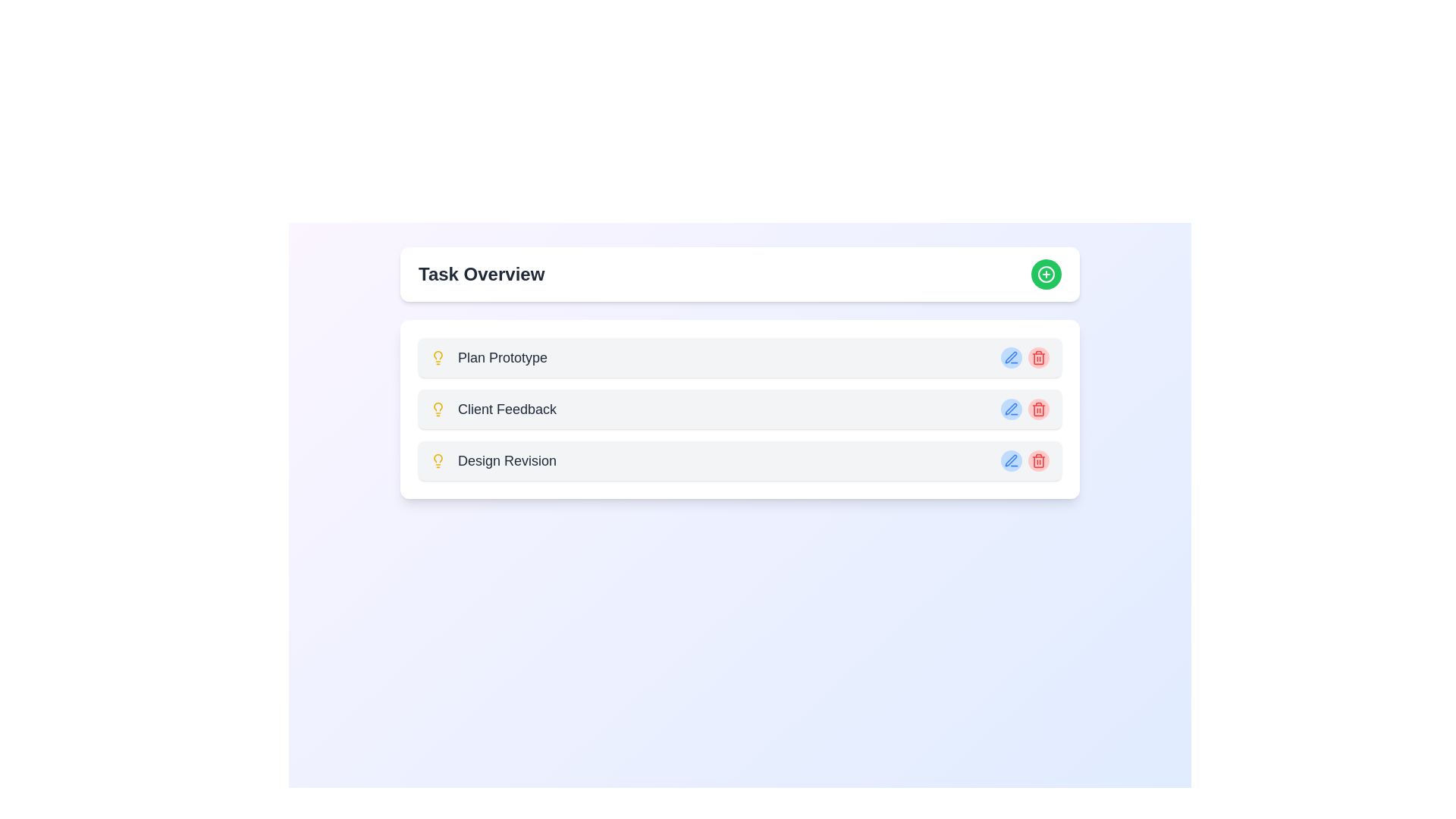 The image size is (1456, 819). I want to click on the third red trash bin icon button for the 'Design Revision' task, so click(1037, 460).